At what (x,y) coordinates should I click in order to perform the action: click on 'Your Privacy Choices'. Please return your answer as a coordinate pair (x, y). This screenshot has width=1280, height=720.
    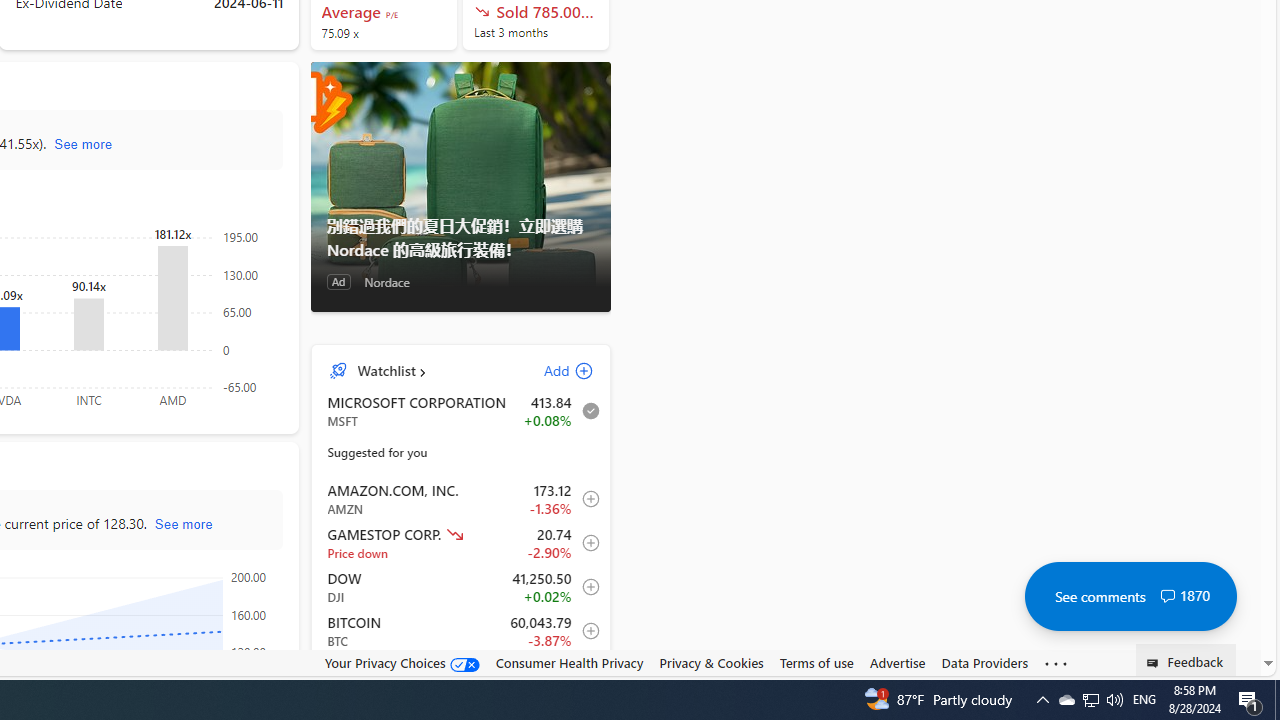
    Looking at the image, I should click on (400, 662).